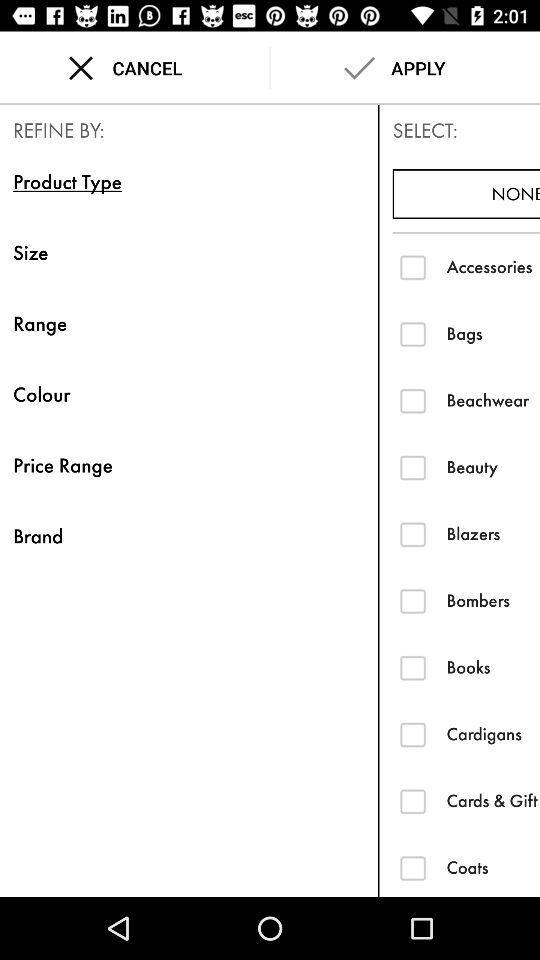 The width and height of the screenshot is (540, 960). What do you see at coordinates (492, 667) in the screenshot?
I see `item below bombers item` at bounding box center [492, 667].